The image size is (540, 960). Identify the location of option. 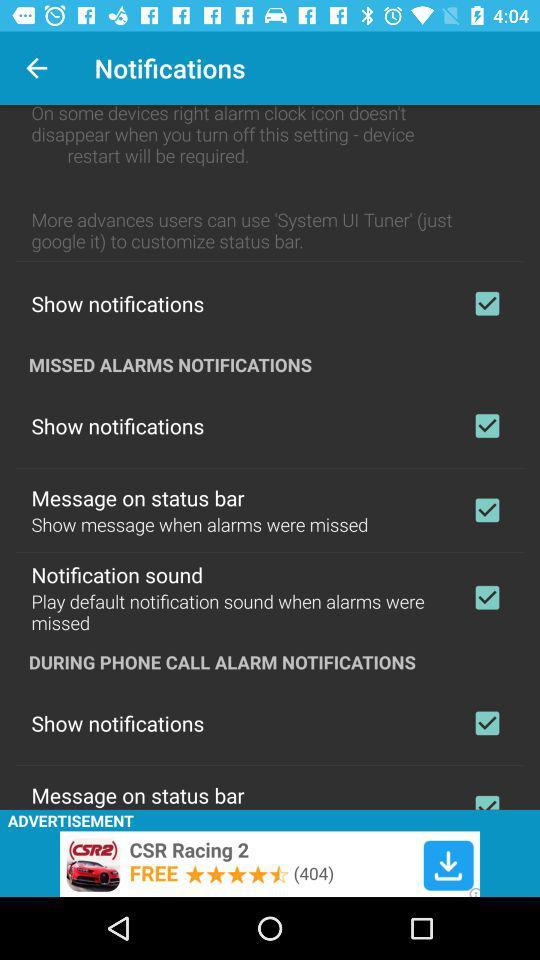
(486, 798).